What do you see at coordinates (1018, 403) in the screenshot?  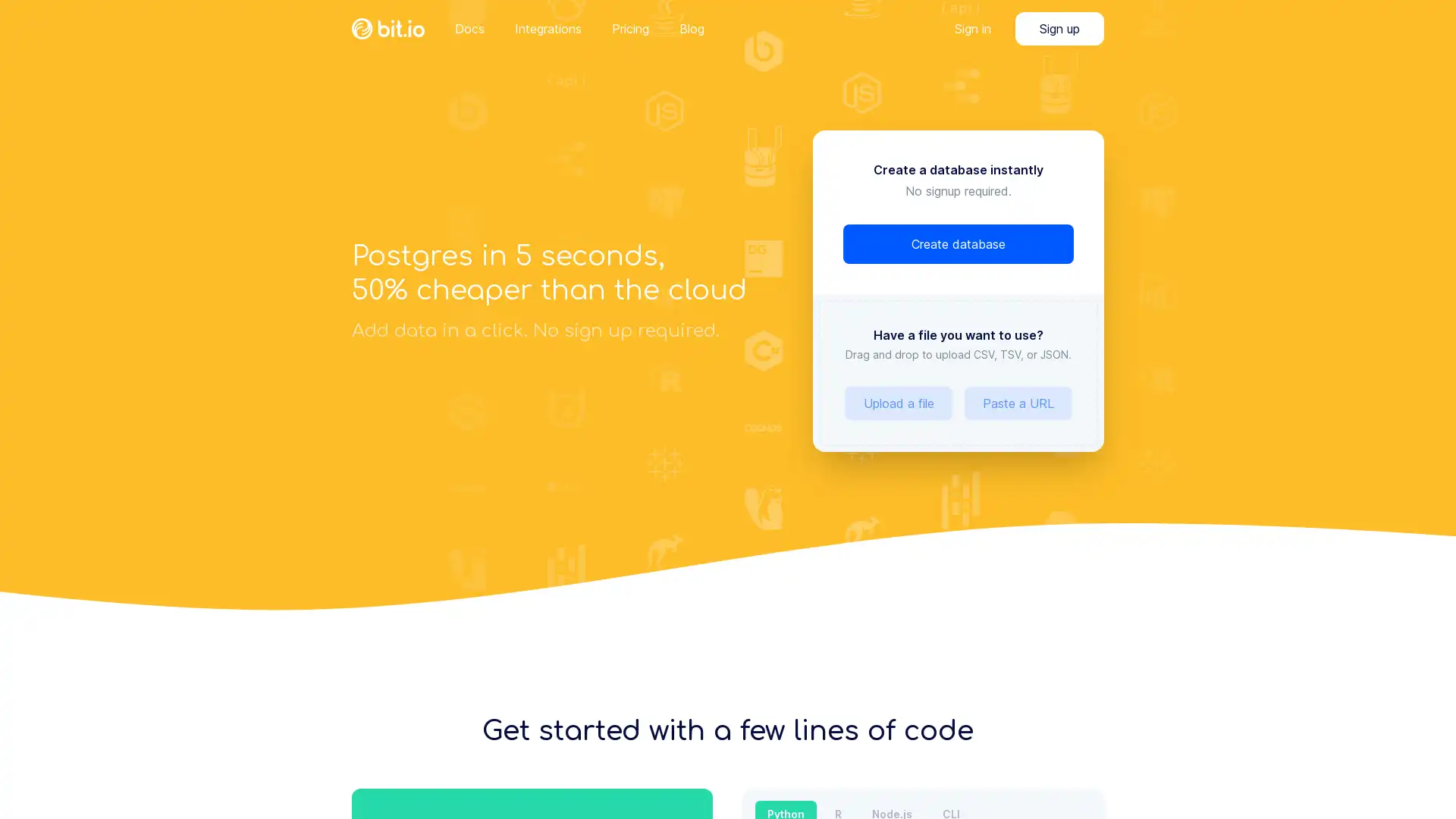 I see `Paste a URL` at bounding box center [1018, 403].